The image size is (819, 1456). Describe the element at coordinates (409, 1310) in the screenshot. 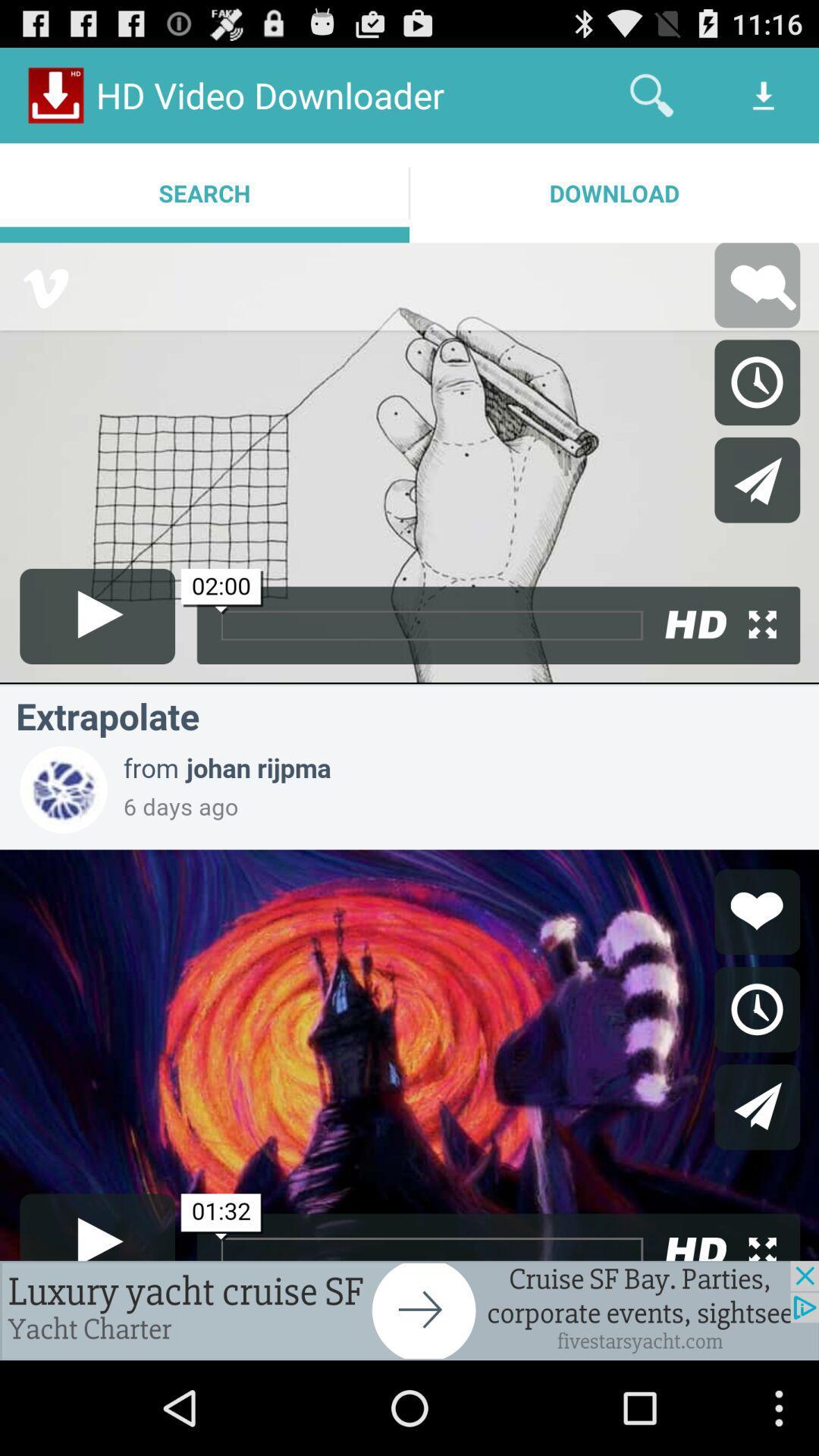

I see `the icon at the bottom` at that location.